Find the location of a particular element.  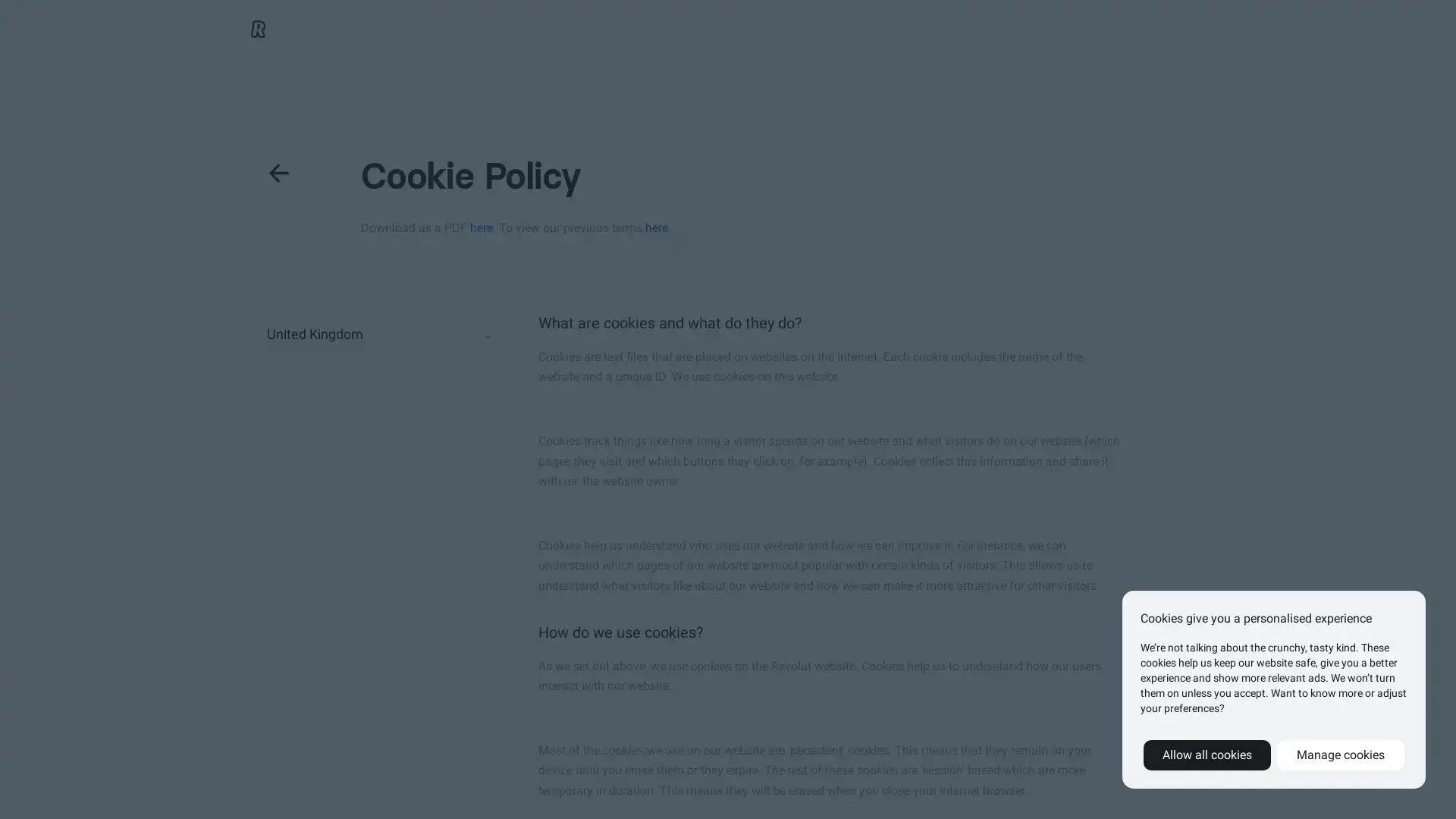

Allow all cookies is located at coordinates (1207, 755).